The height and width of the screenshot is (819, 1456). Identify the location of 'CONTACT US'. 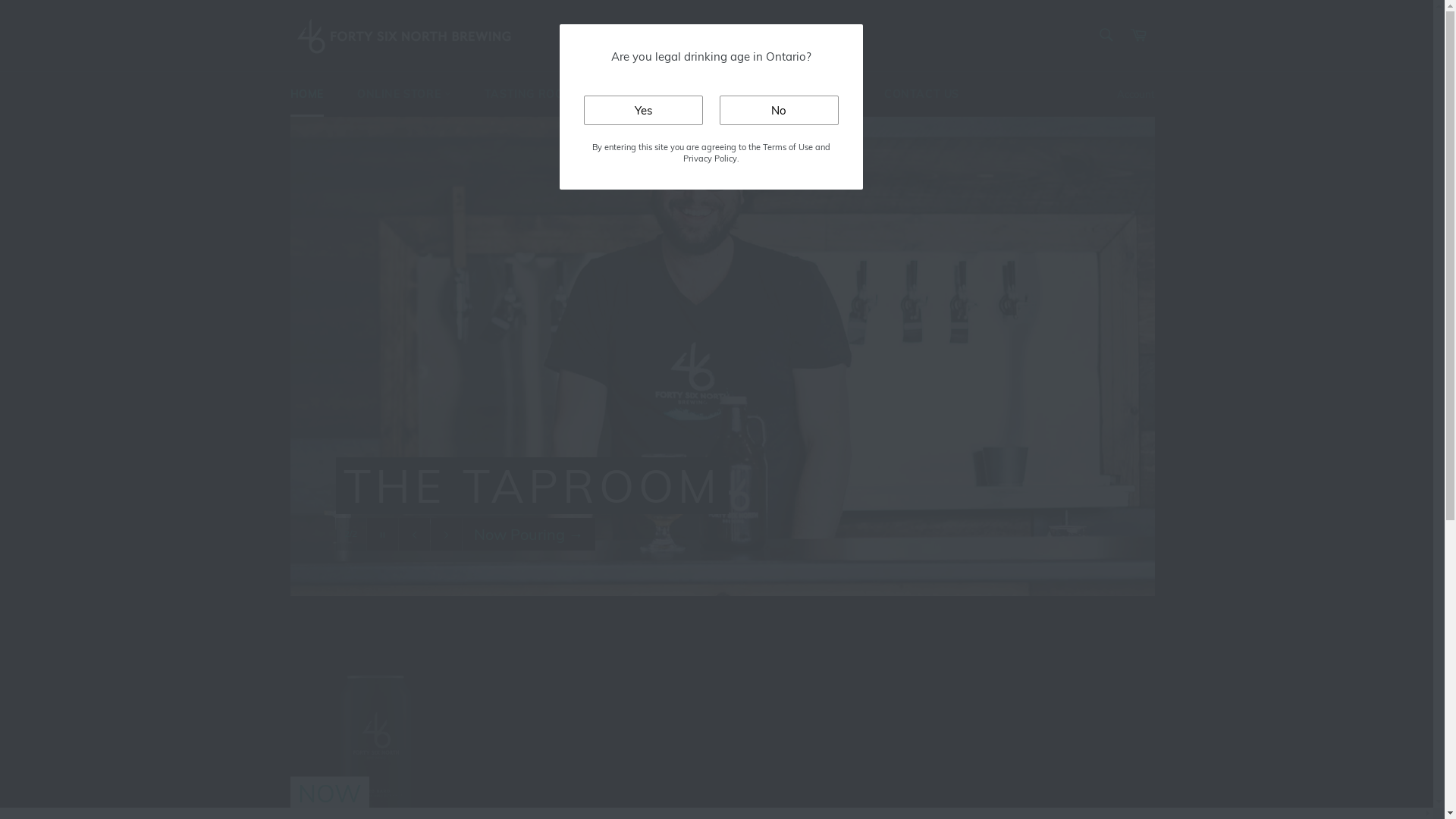
(921, 94).